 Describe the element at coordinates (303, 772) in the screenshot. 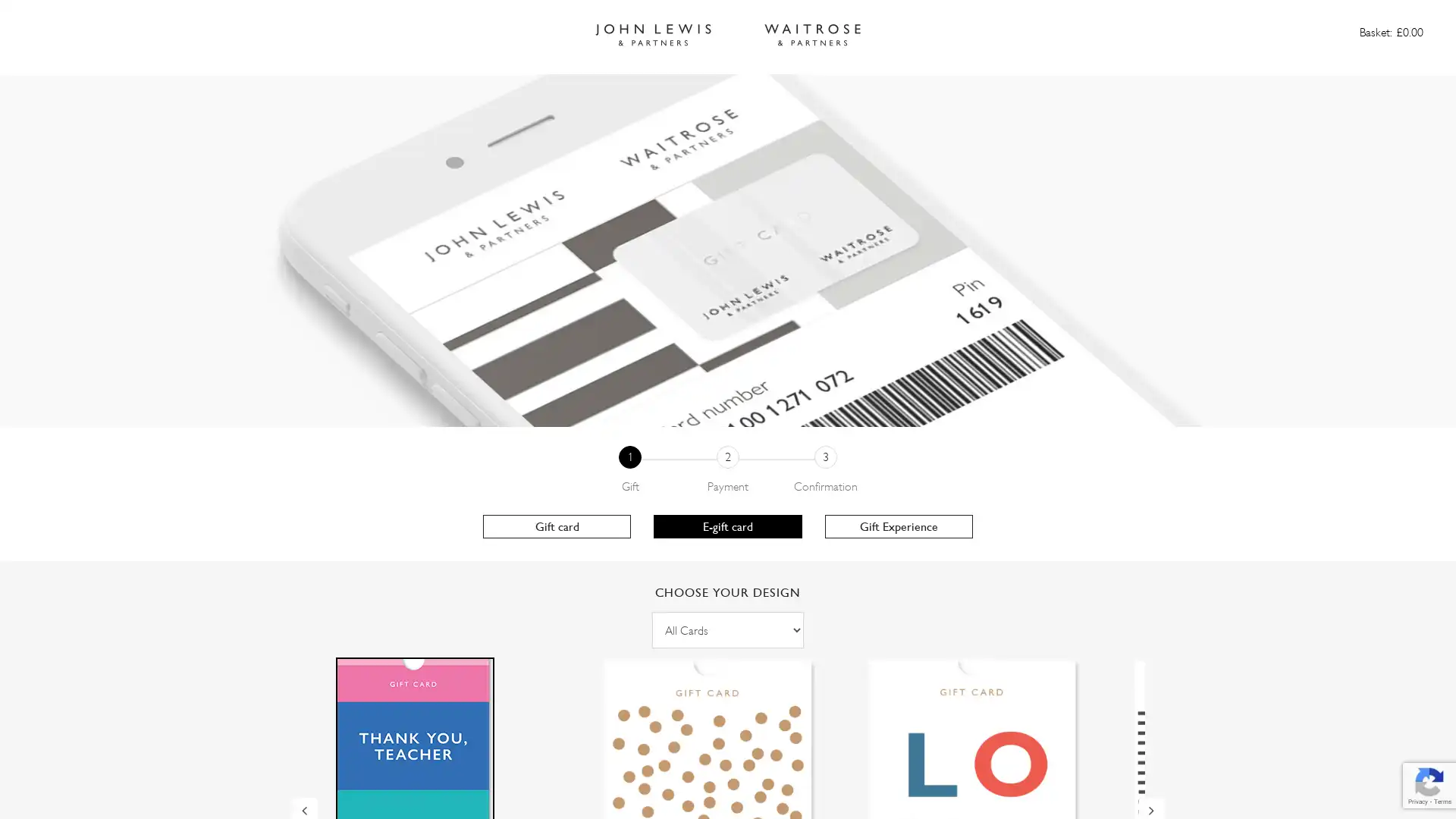

I see `Previous` at that location.